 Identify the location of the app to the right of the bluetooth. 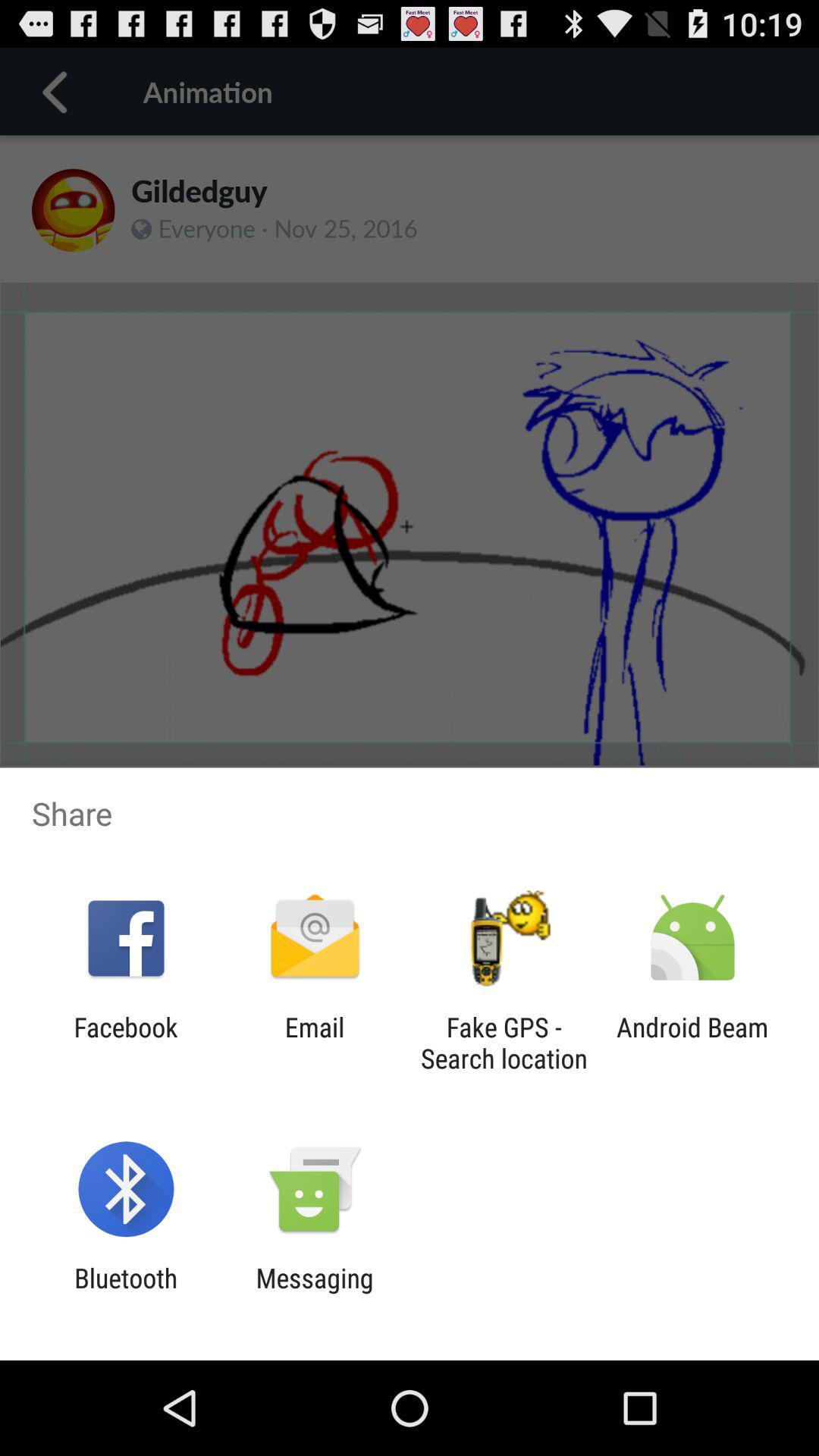
(314, 1293).